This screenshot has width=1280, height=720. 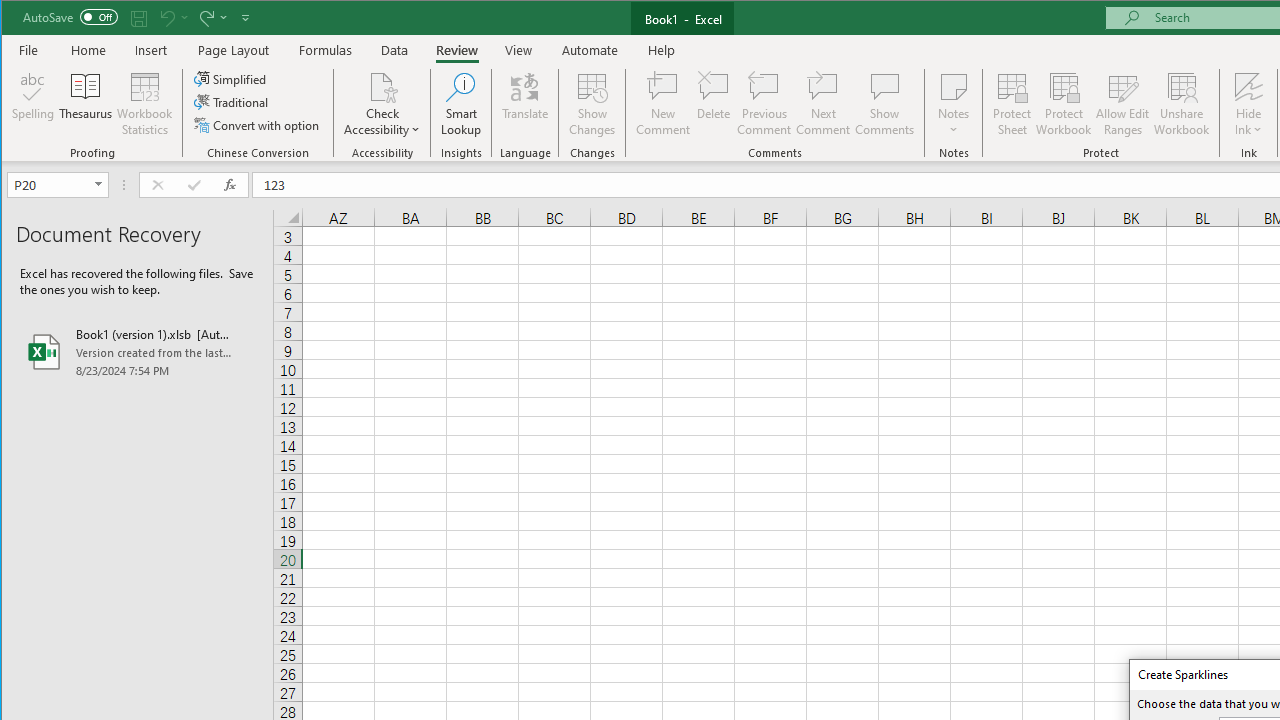 What do you see at coordinates (883, 104) in the screenshot?
I see `'Show Comments'` at bounding box center [883, 104].